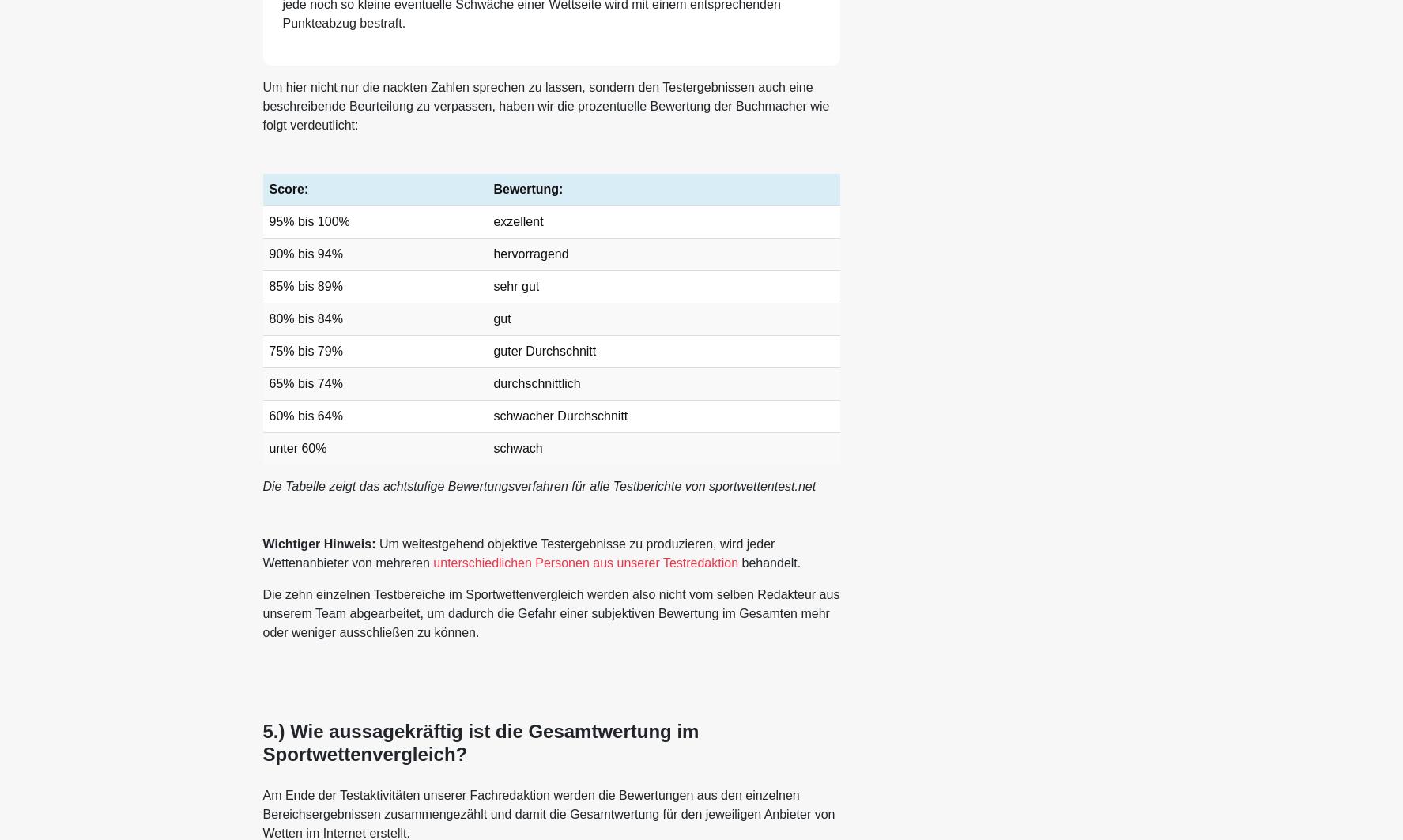  Describe the element at coordinates (545, 106) in the screenshot. I see `'Um hier nicht nur die nackten Zahlen sprechen zu lassen, sondern den Testergebnissen auch eine beschreibende Beurteilung zu verpassen, haben wir die prozentuelle Bewertung der Buchmacher wie folgt verdeutlicht:'` at that location.